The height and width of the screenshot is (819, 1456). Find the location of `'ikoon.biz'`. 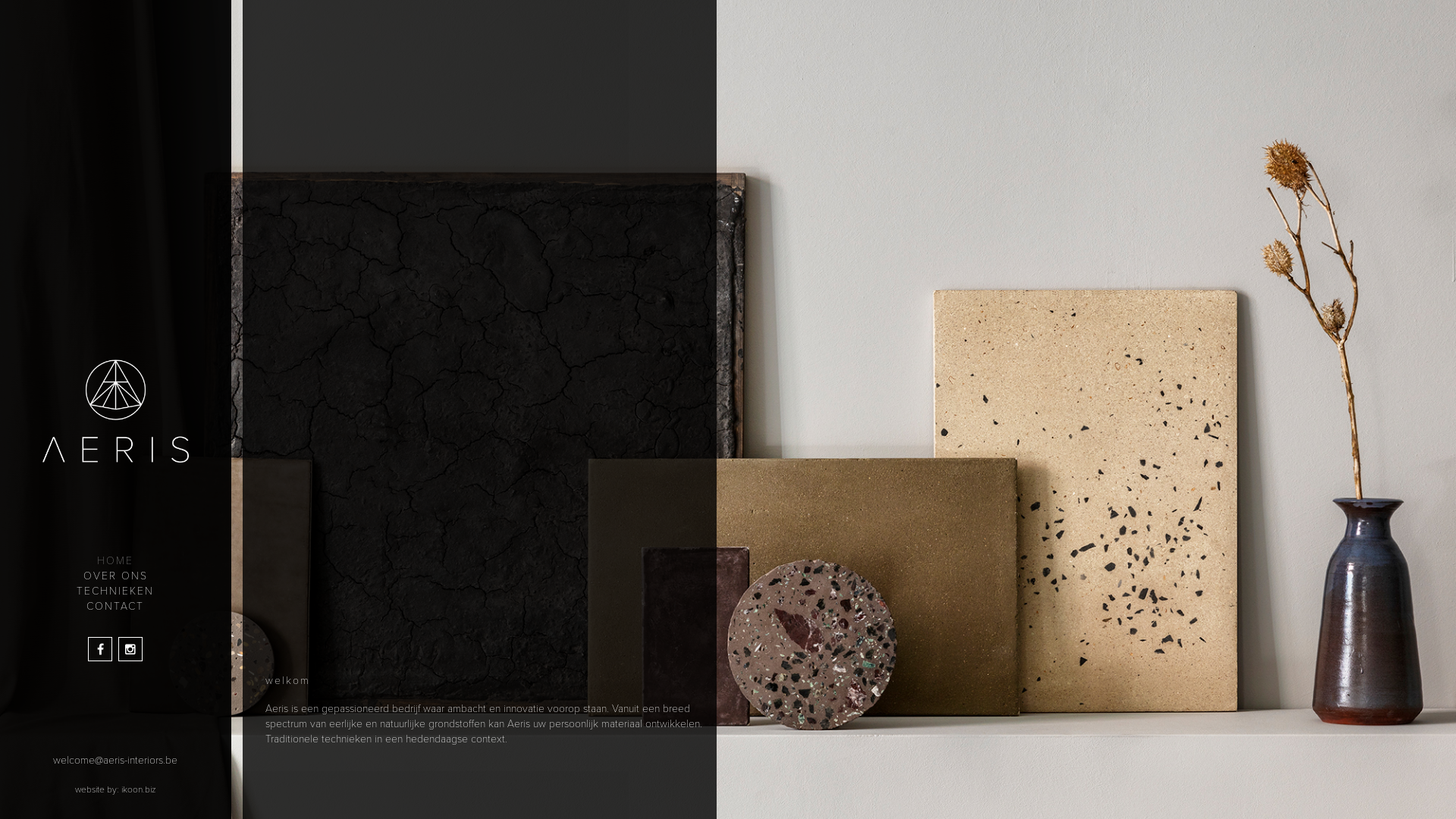

'ikoon.biz' is located at coordinates (138, 789).